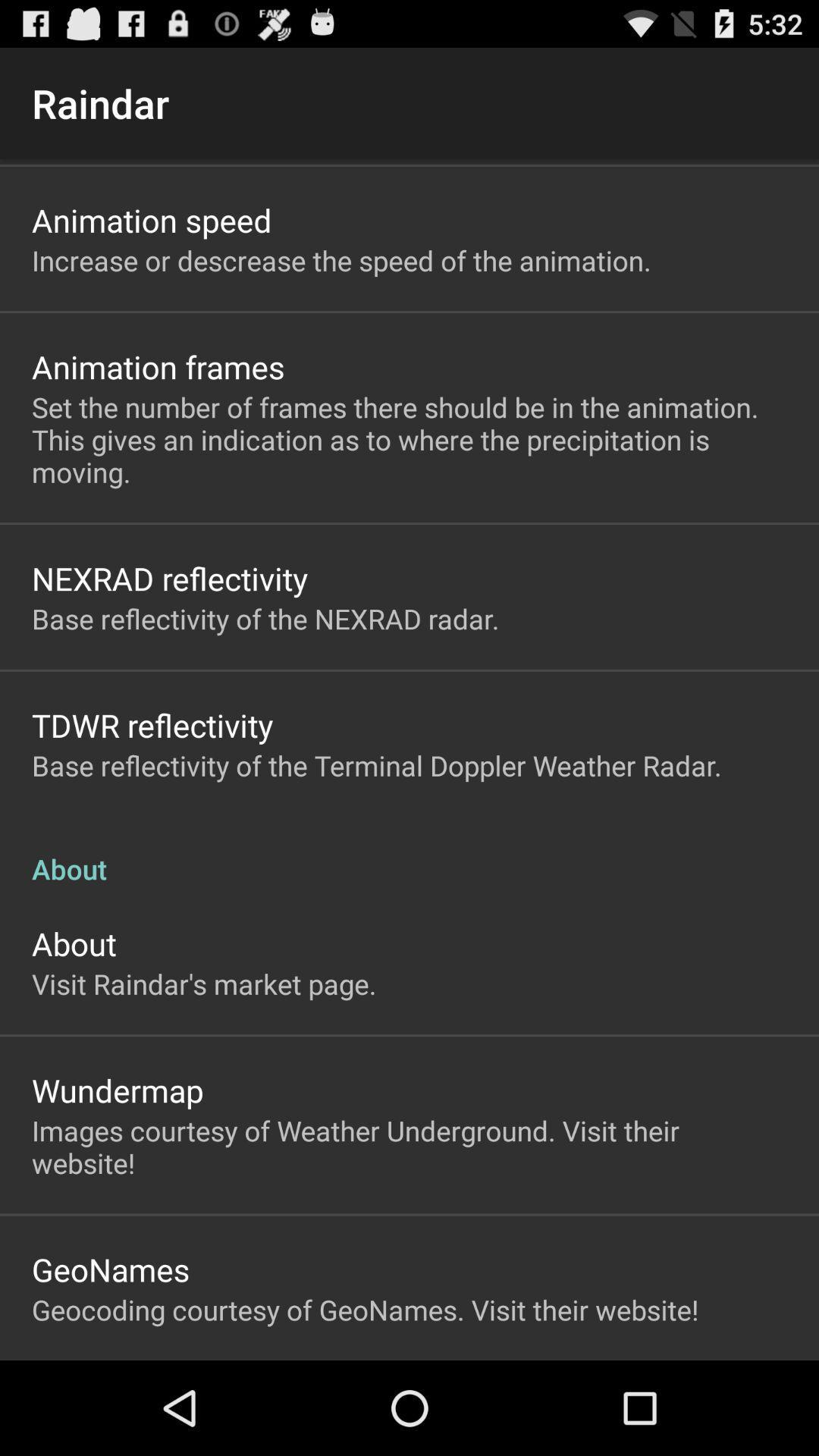 The height and width of the screenshot is (1456, 819). What do you see at coordinates (203, 984) in the screenshot?
I see `the icon above the wundermap` at bounding box center [203, 984].